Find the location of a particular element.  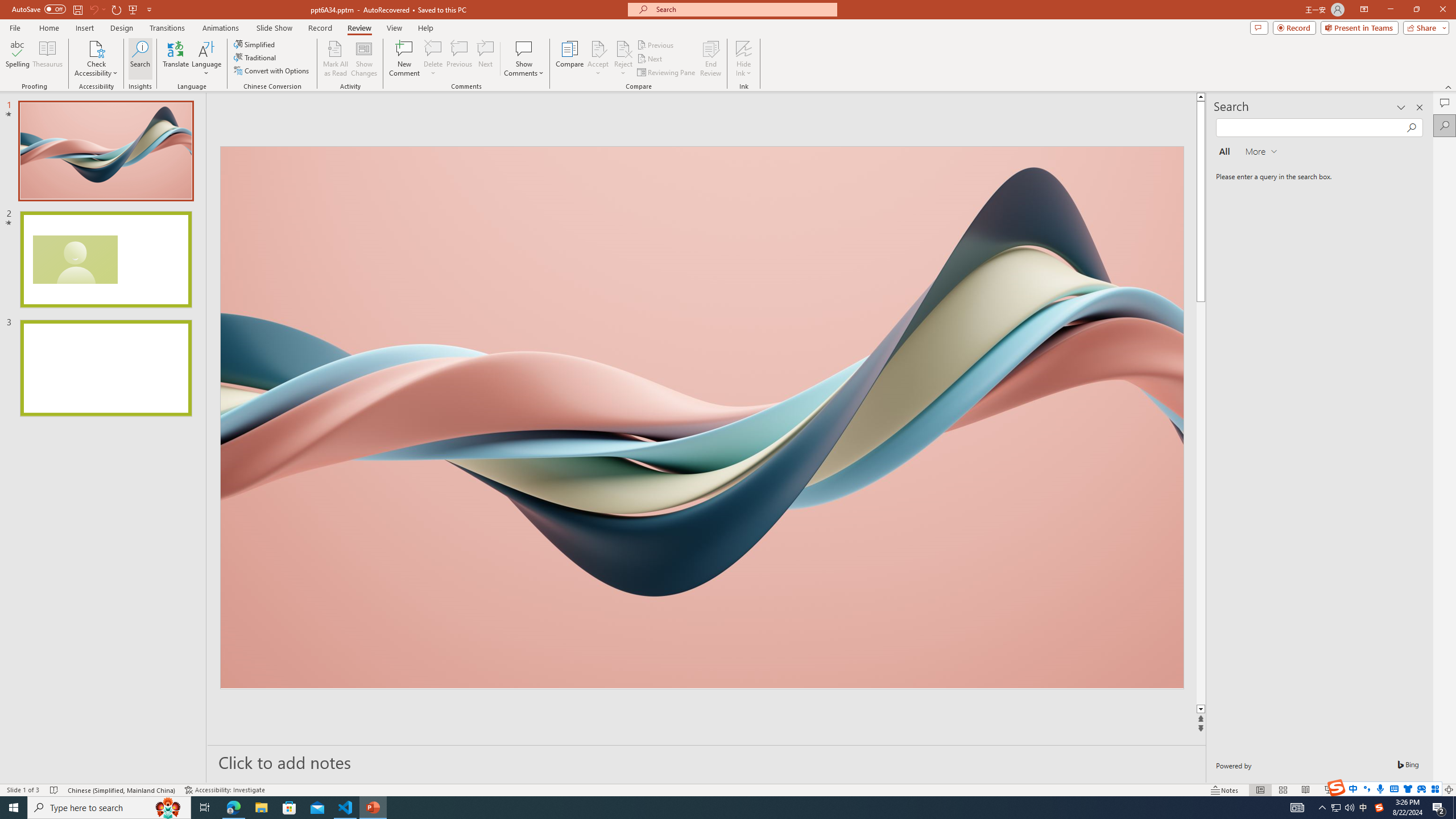

'Hide Ink' is located at coordinates (744, 48).